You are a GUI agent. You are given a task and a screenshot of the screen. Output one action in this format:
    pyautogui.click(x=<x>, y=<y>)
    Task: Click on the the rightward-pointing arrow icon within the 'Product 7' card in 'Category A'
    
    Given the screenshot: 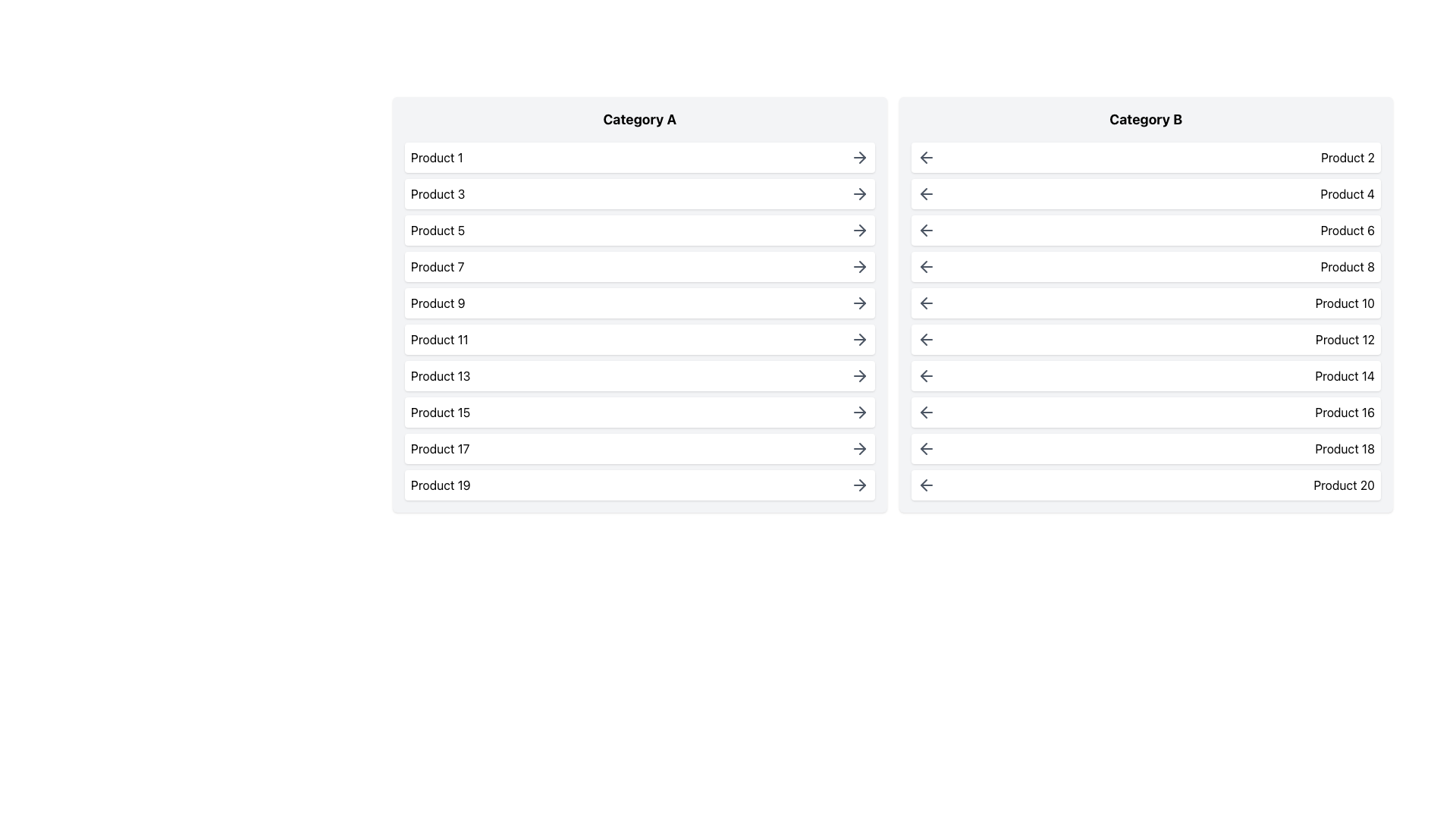 What is the action you would take?
    pyautogui.click(x=859, y=265)
    